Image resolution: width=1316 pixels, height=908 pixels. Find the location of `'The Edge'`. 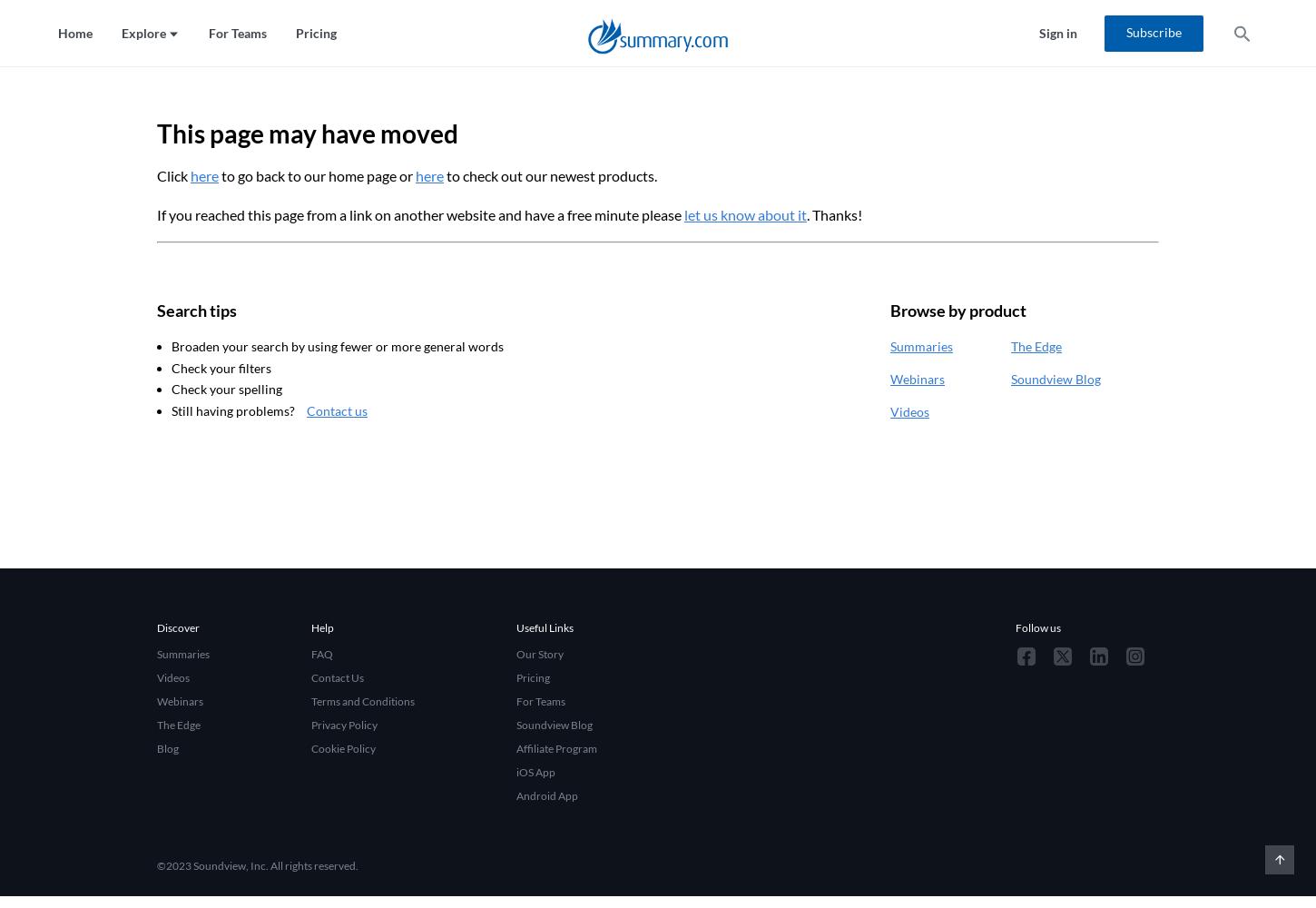

'The Edge' is located at coordinates (1036, 345).